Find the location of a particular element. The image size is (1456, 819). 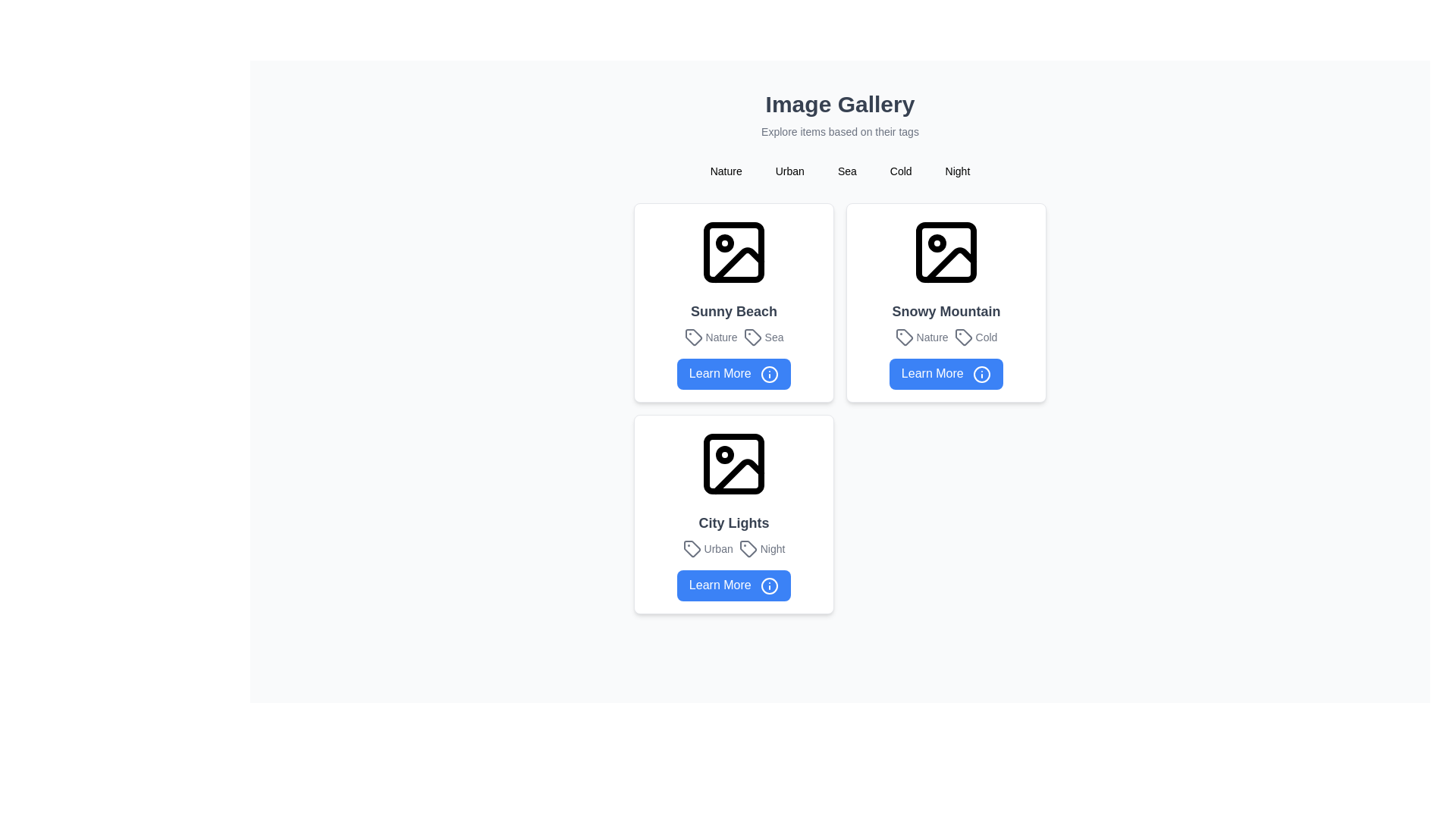

the 'Sunny Beach' card component in the 'Image Gallery' section is located at coordinates (734, 302).